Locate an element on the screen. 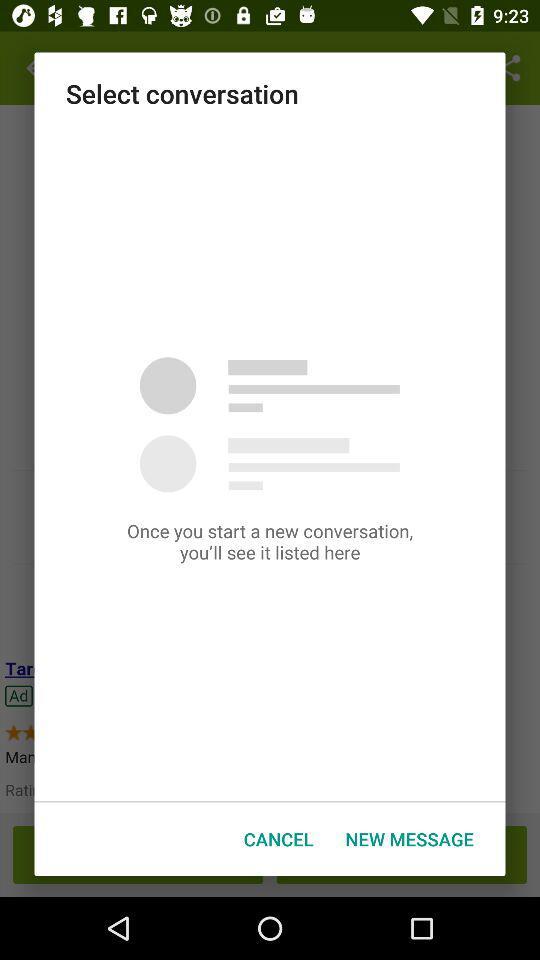 This screenshot has width=540, height=960. cancel icon is located at coordinates (277, 839).